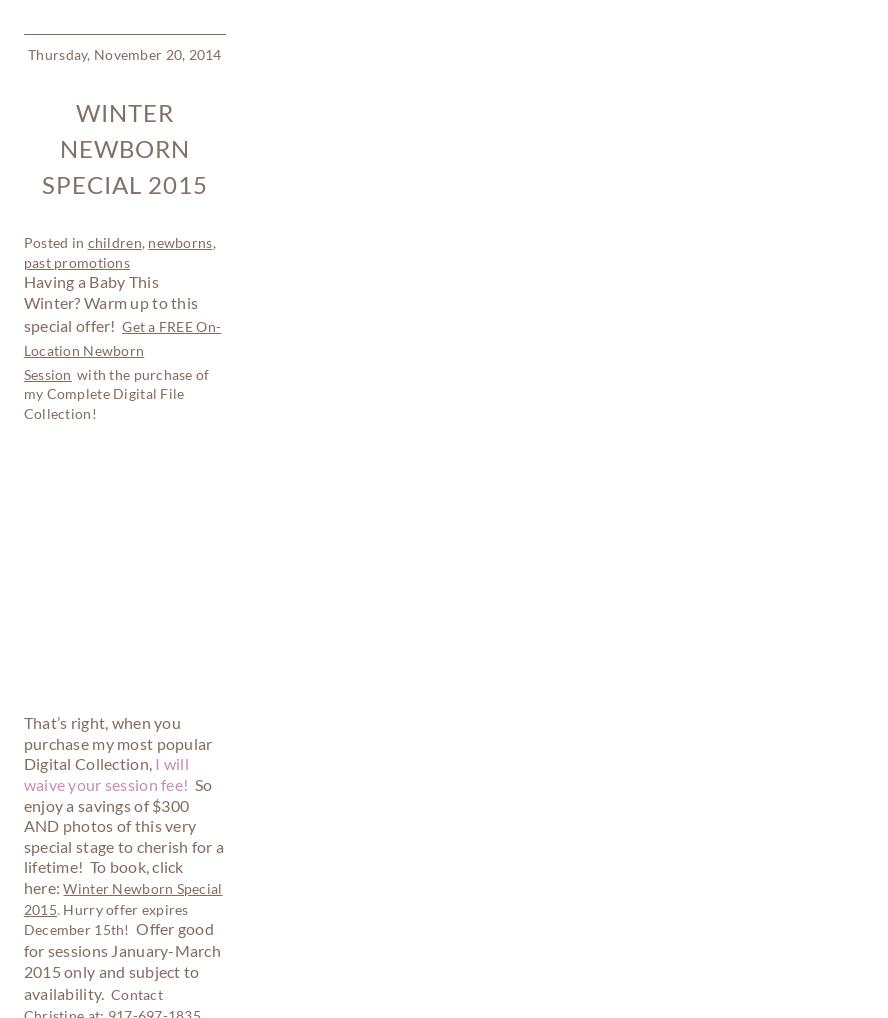 Image resolution: width=888 pixels, height=1018 pixels. Describe the element at coordinates (22, 318) in the screenshot. I see `'Hurry offer expires December 15th!'` at that location.